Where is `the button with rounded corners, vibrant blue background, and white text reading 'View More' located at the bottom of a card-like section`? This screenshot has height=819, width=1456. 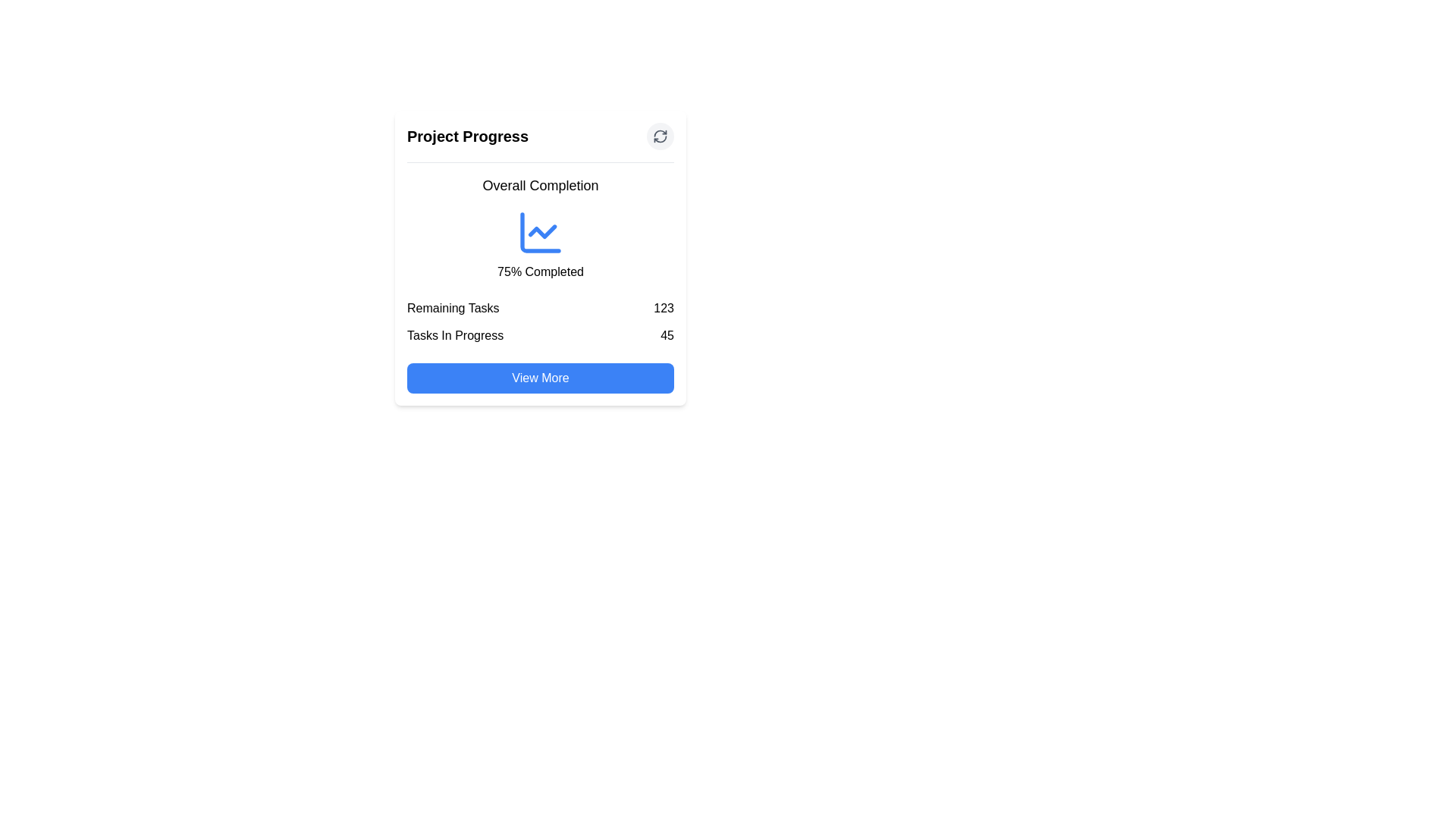 the button with rounded corners, vibrant blue background, and white text reading 'View More' located at the bottom of a card-like section is located at coordinates (541, 377).